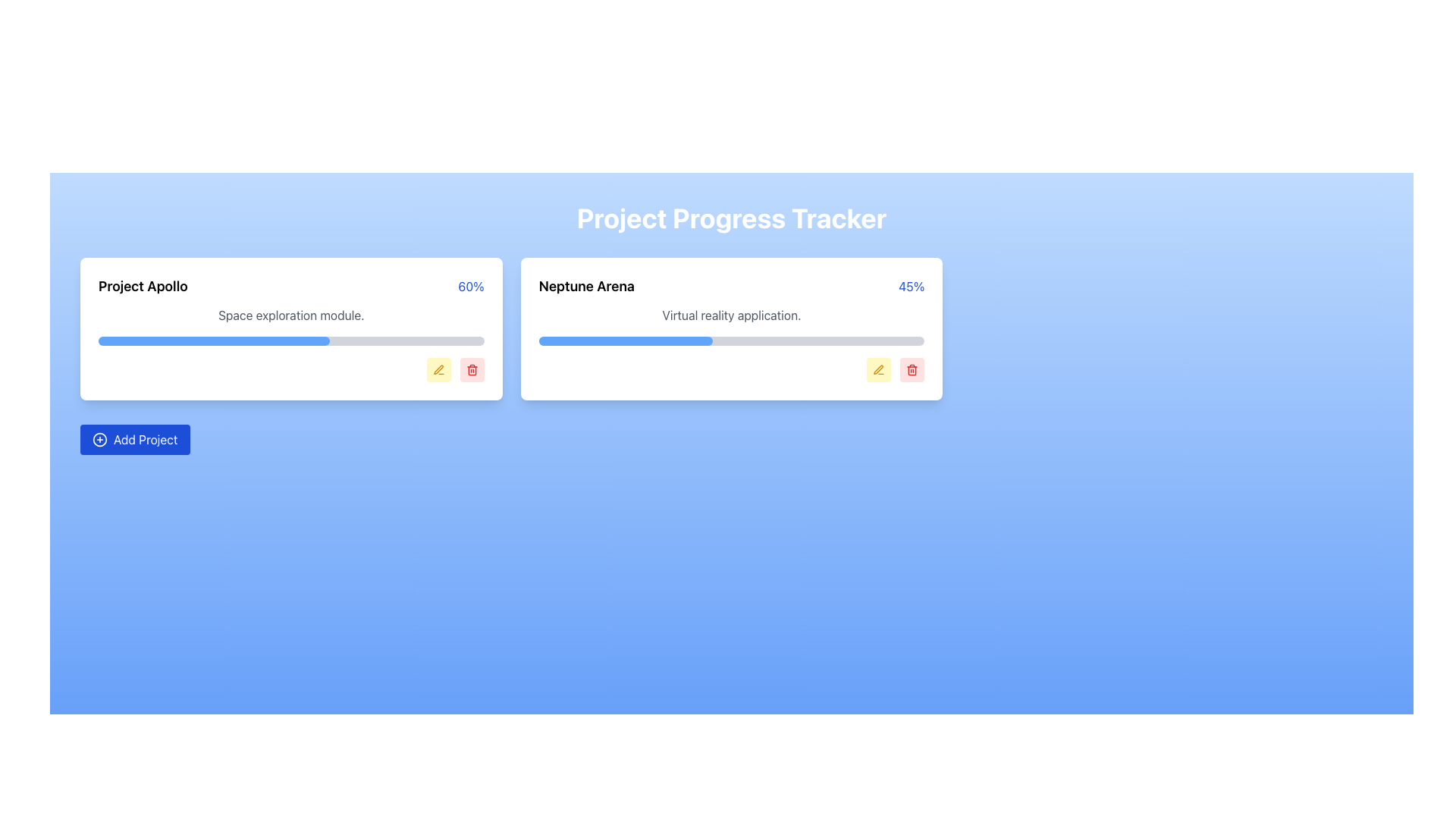 The width and height of the screenshot is (1456, 819). I want to click on the horizontal progress bar with a gray background and blue filled segment, located within the 'Neptune Arena' project card, positioned below the title and description, so click(731, 341).